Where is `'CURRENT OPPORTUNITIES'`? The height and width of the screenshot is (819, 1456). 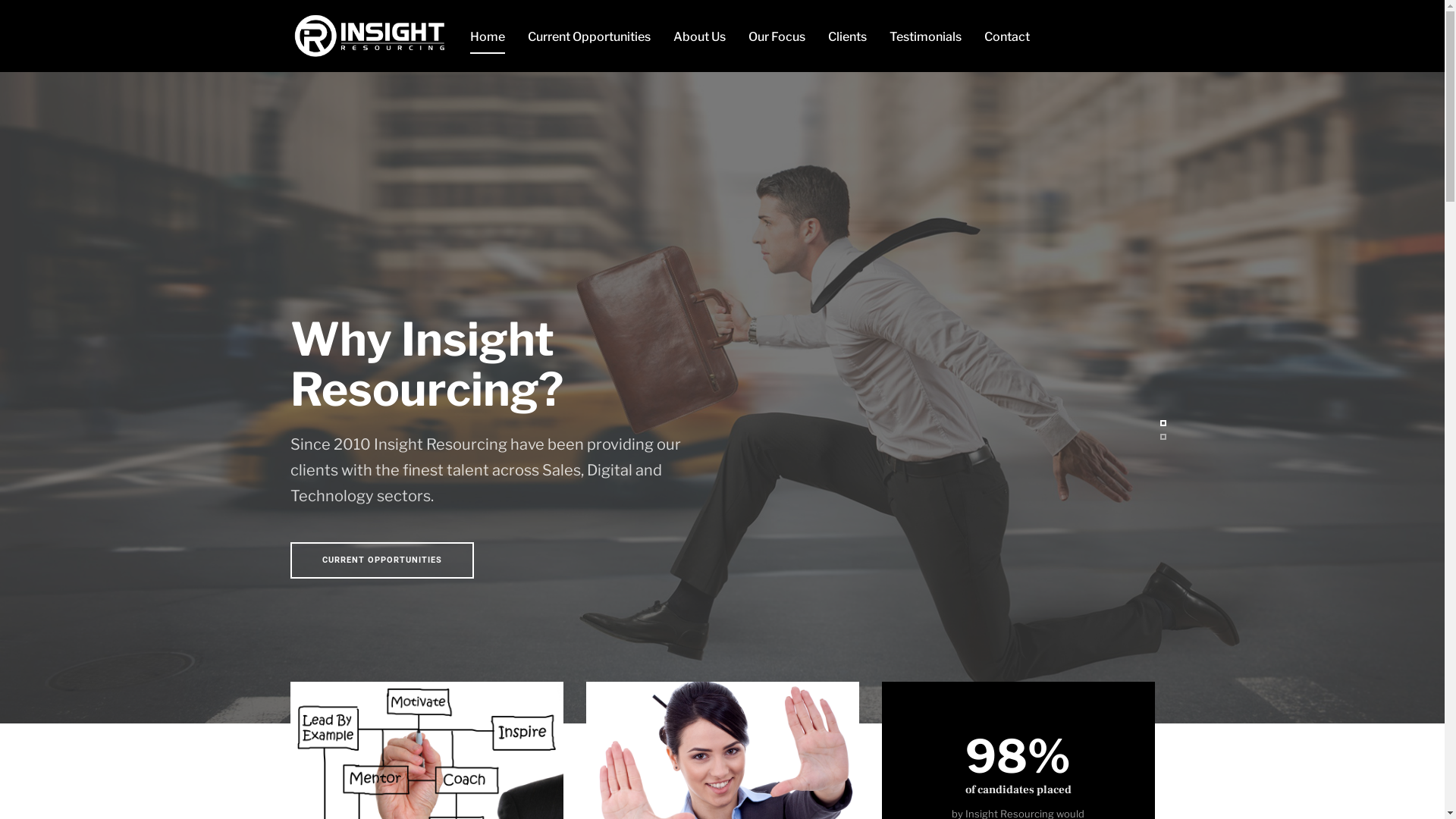
'CURRENT OPPORTUNITIES' is located at coordinates (381, 560).